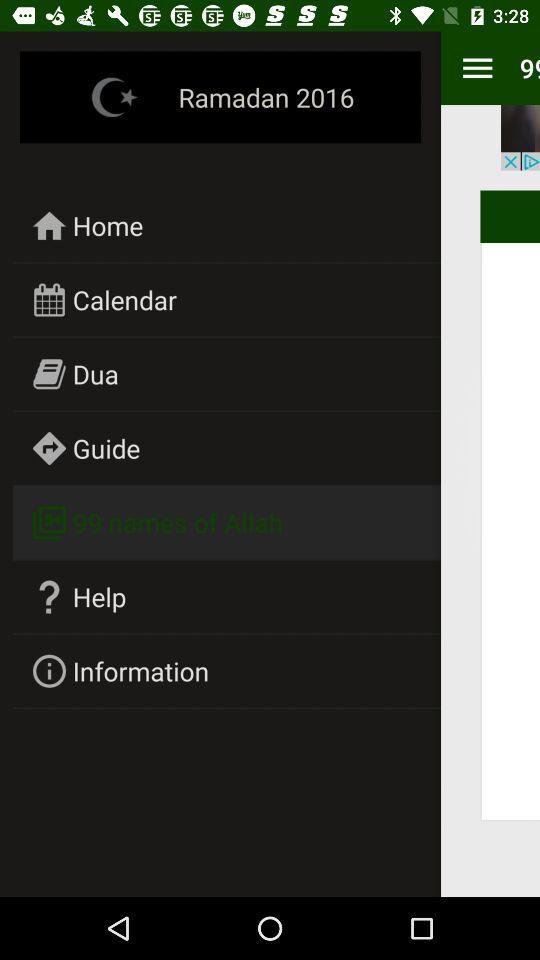 The image size is (540, 960). Describe the element at coordinates (476, 68) in the screenshot. I see `app to the left of the 99 names of` at that location.